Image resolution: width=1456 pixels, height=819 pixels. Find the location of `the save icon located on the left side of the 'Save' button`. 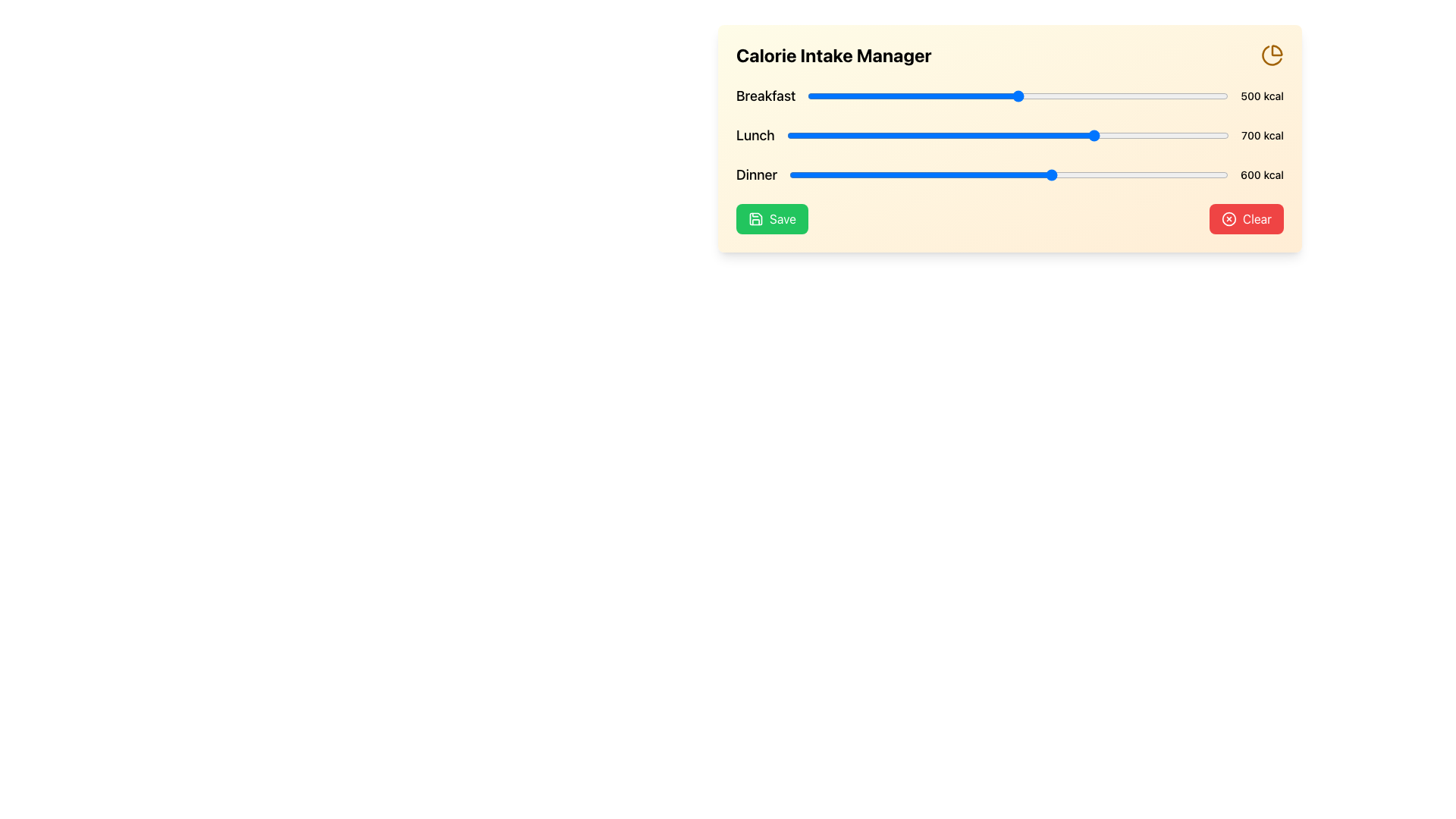

the save icon located on the left side of the 'Save' button is located at coordinates (756, 219).